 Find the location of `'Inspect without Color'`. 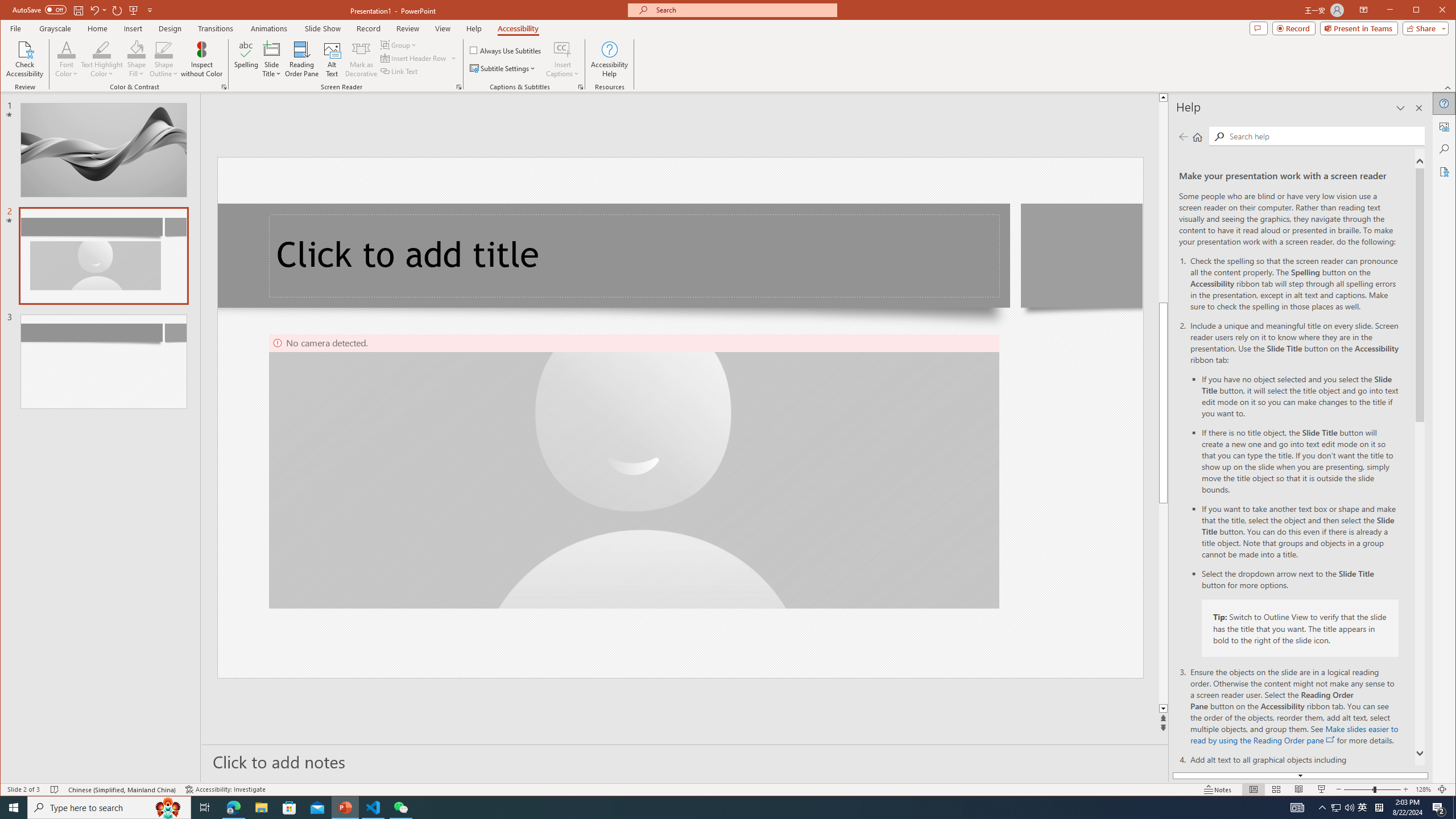

'Inspect without Color' is located at coordinates (201, 59).